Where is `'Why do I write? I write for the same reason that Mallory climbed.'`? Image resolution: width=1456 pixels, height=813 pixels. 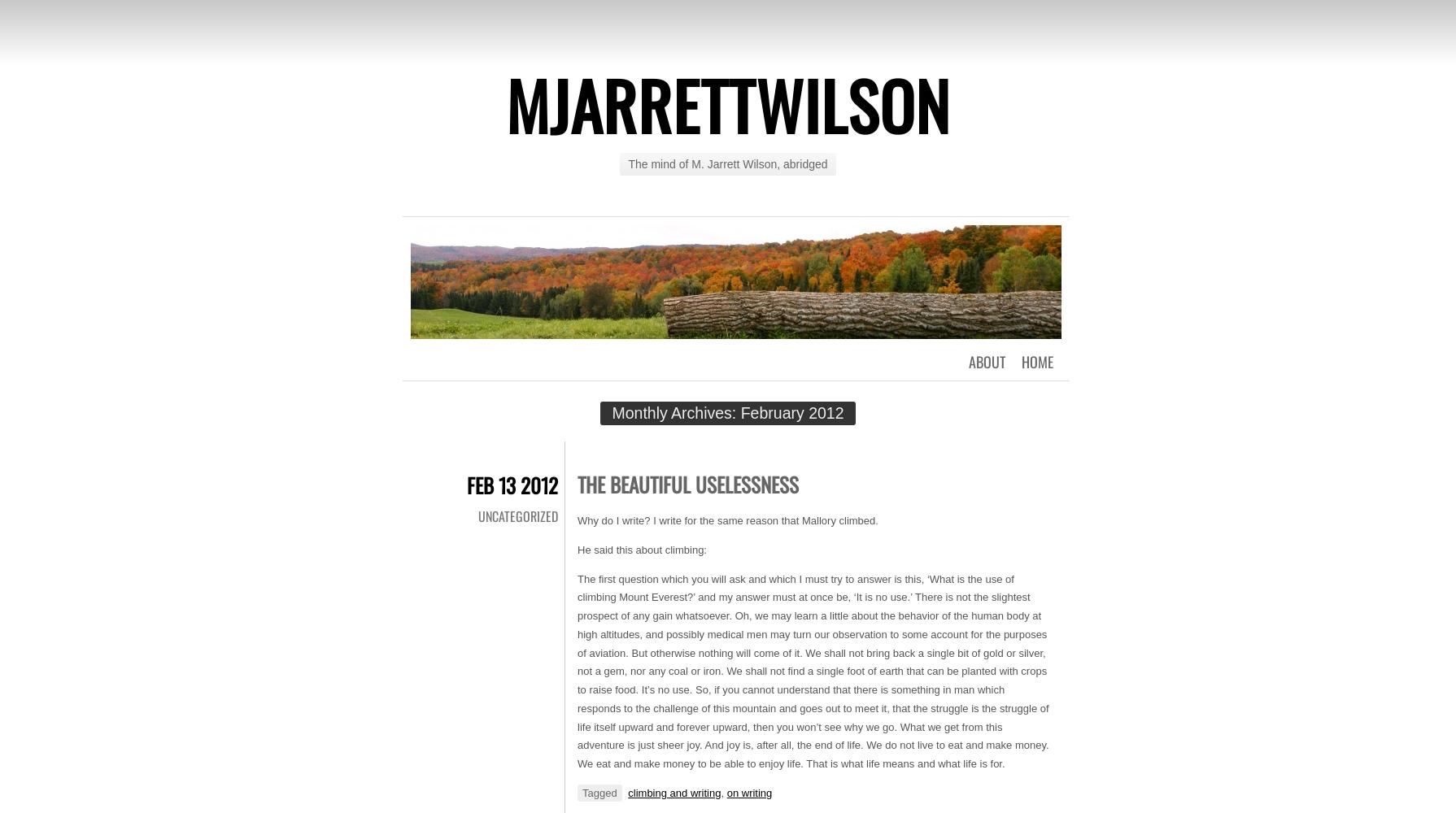 'Why do I write? I write for the same reason that Mallory climbed.' is located at coordinates (726, 520).